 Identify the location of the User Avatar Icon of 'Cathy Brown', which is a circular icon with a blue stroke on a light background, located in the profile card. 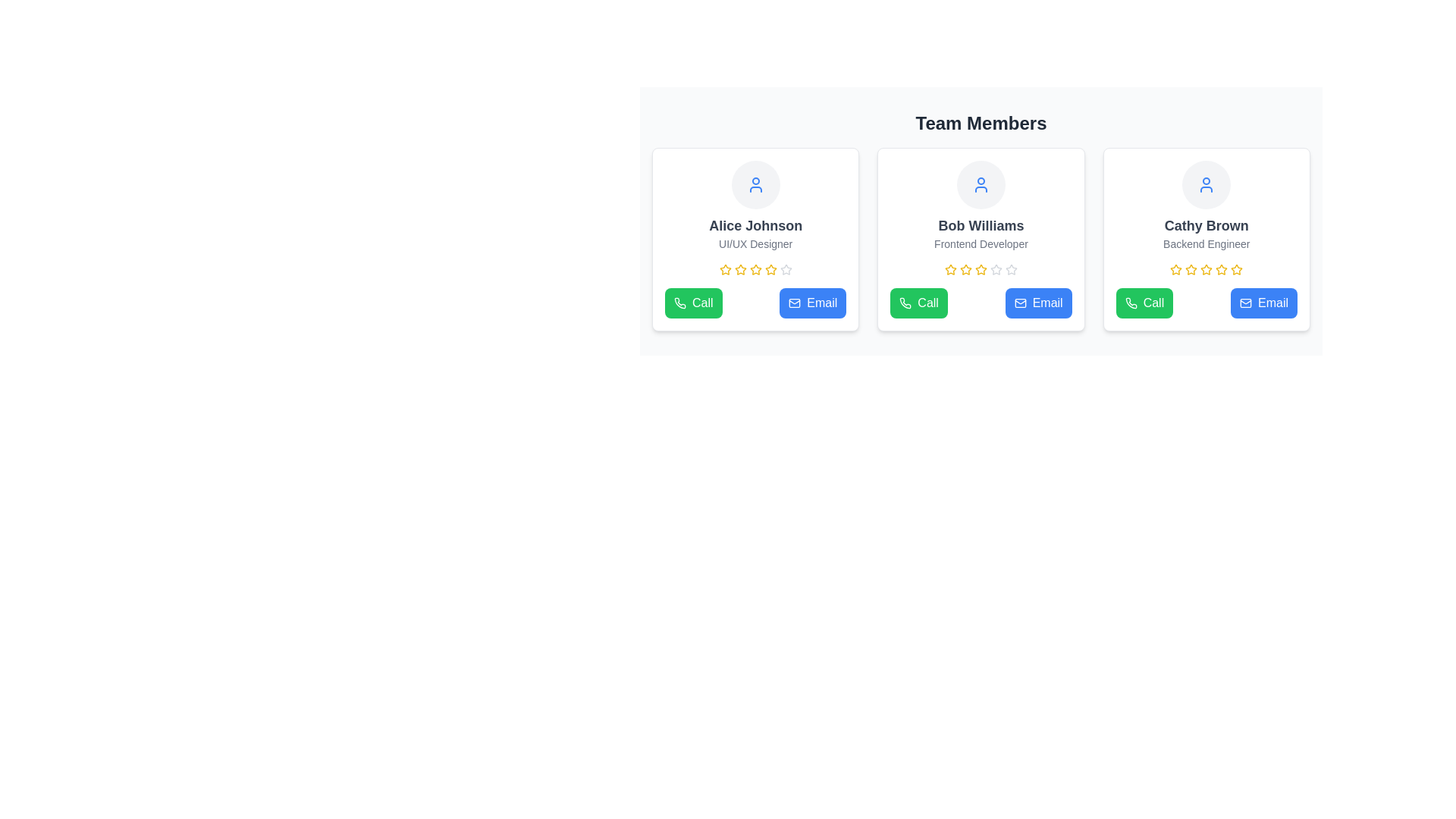
(1206, 184).